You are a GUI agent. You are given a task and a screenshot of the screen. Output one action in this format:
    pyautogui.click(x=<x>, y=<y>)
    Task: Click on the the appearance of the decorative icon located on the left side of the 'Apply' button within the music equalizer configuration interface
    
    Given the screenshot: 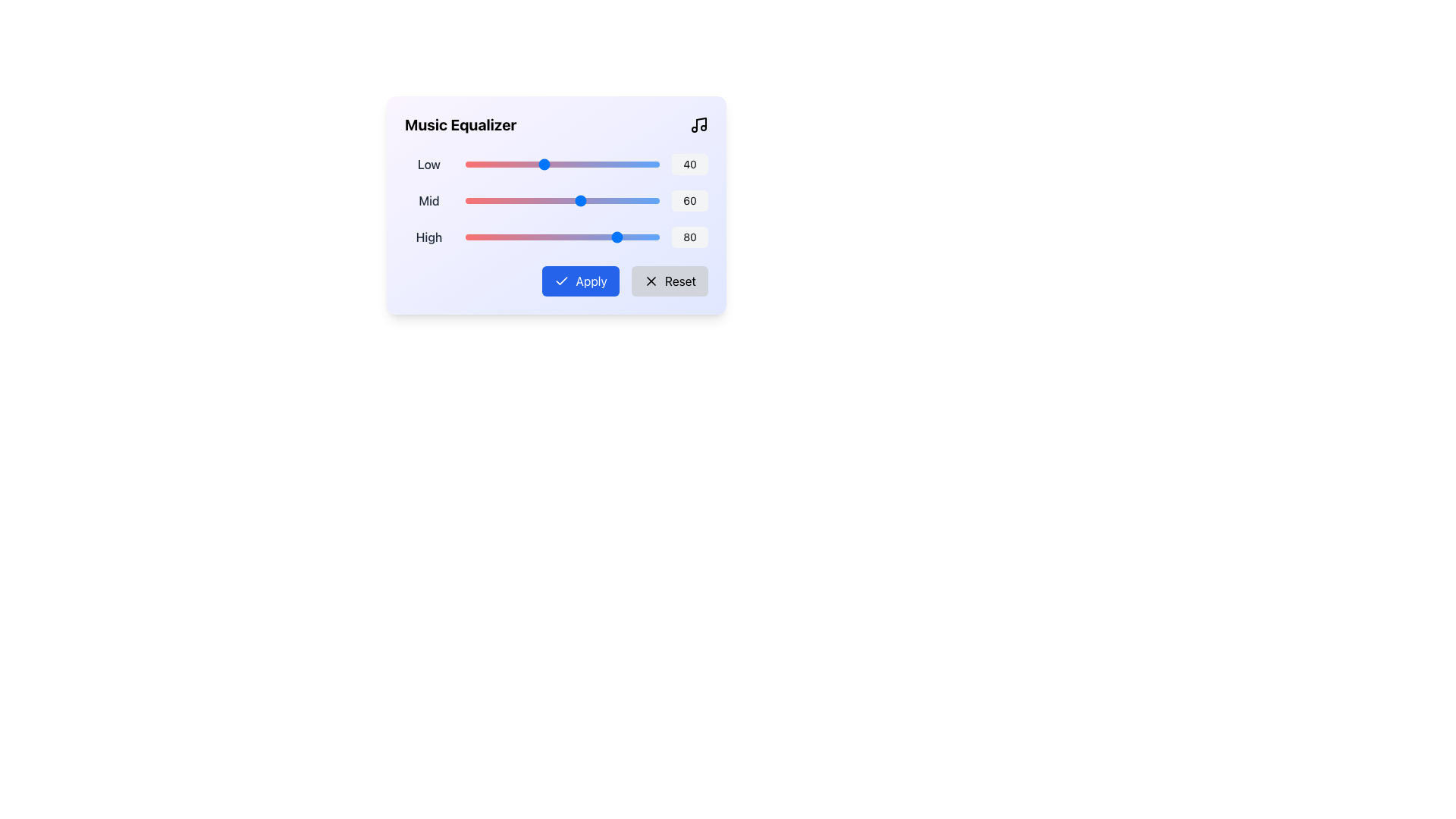 What is the action you would take?
    pyautogui.click(x=561, y=281)
    